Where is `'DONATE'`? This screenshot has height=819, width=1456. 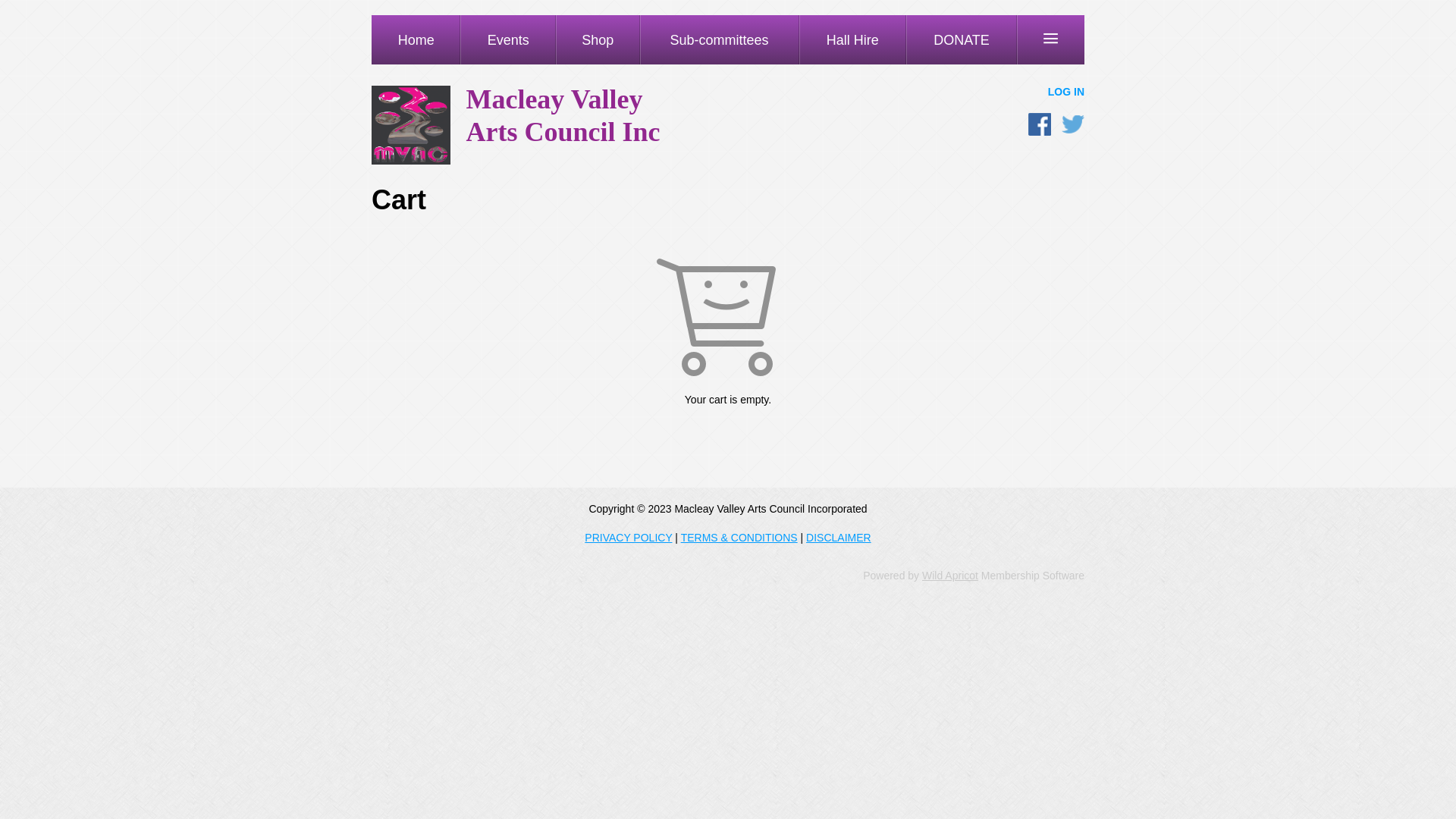 'DONATE' is located at coordinates (960, 39).